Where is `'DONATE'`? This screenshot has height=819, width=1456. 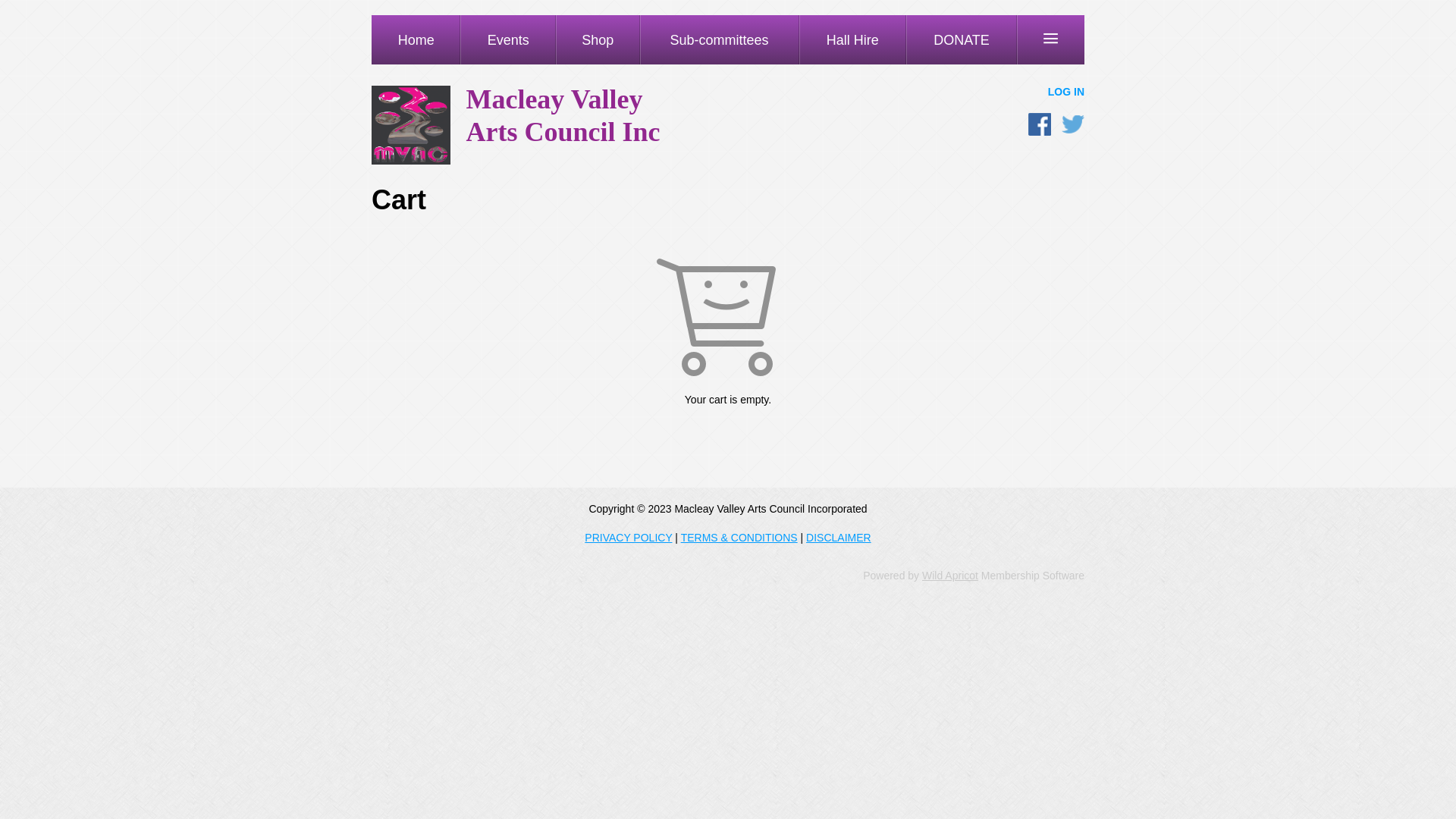 'DONATE' is located at coordinates (960, 39).